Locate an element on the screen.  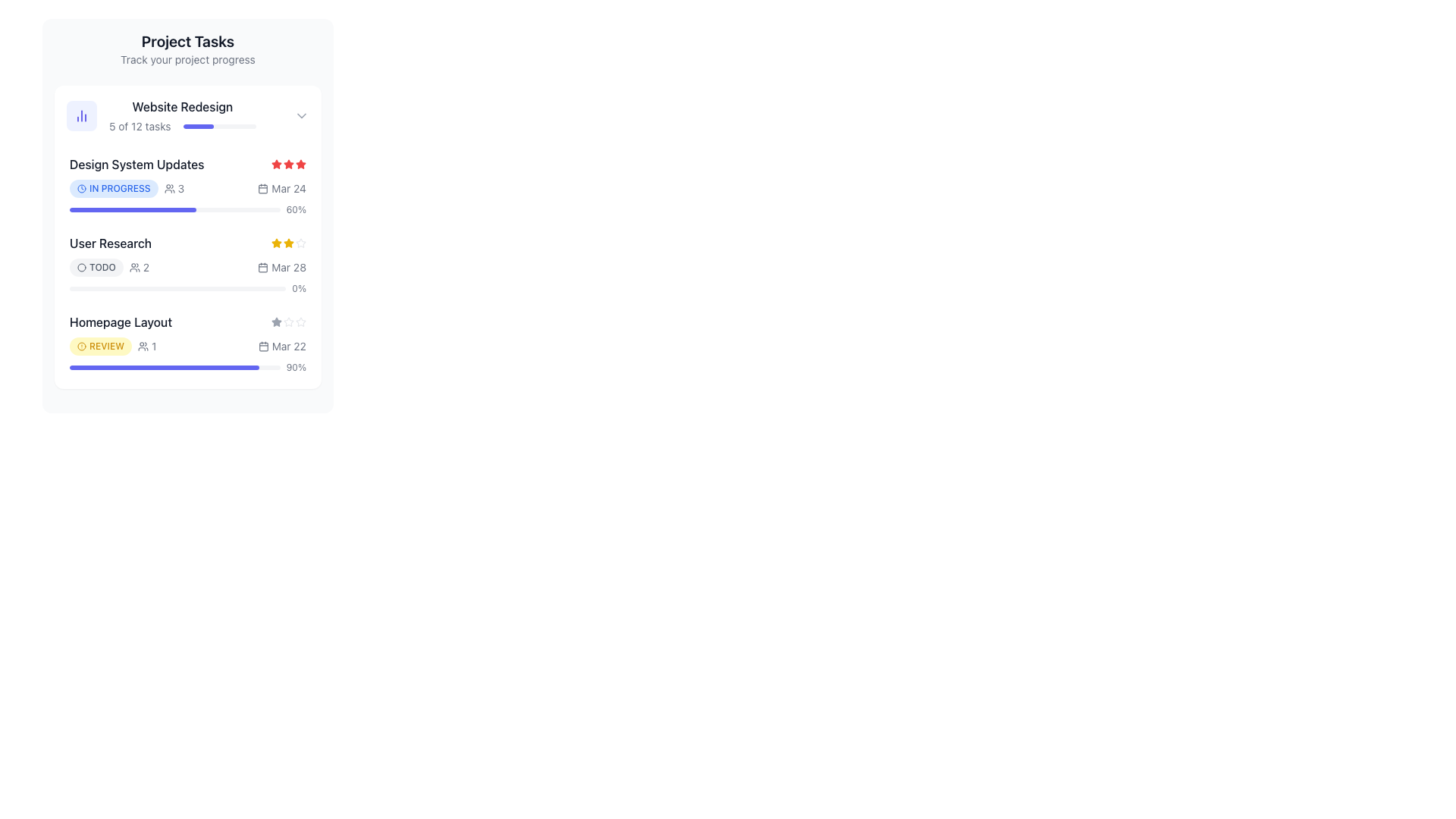
the first star icon in the row of three stars for the 'Design System Updates' task in the 'Project Tasks' section is located at coordinates (276, 164).